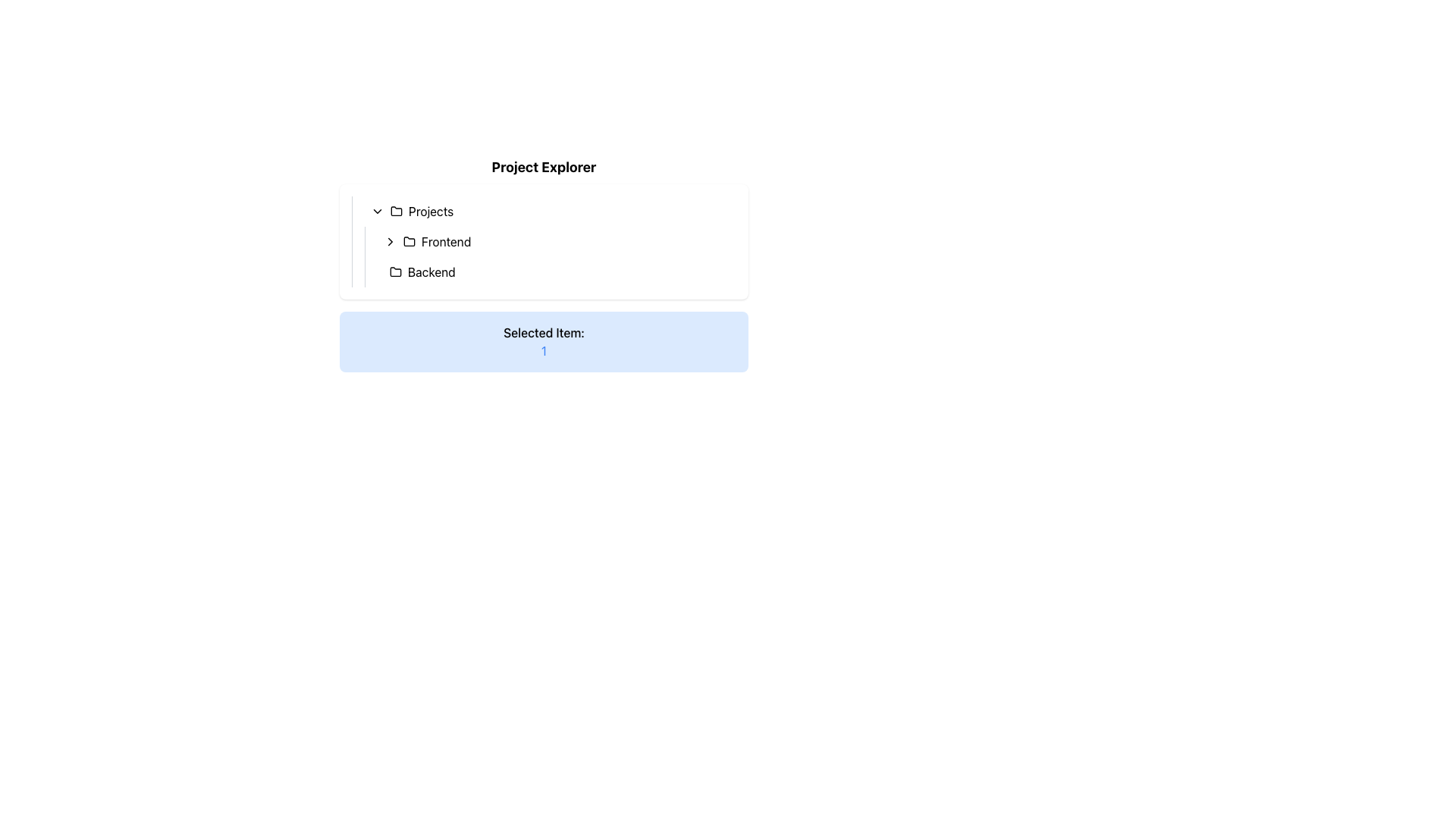 Image resolution: width=1456 pixels, height=819 pixels. I want to click on the 'Frontend' text label in the project navigator menu, so click(445, 241).